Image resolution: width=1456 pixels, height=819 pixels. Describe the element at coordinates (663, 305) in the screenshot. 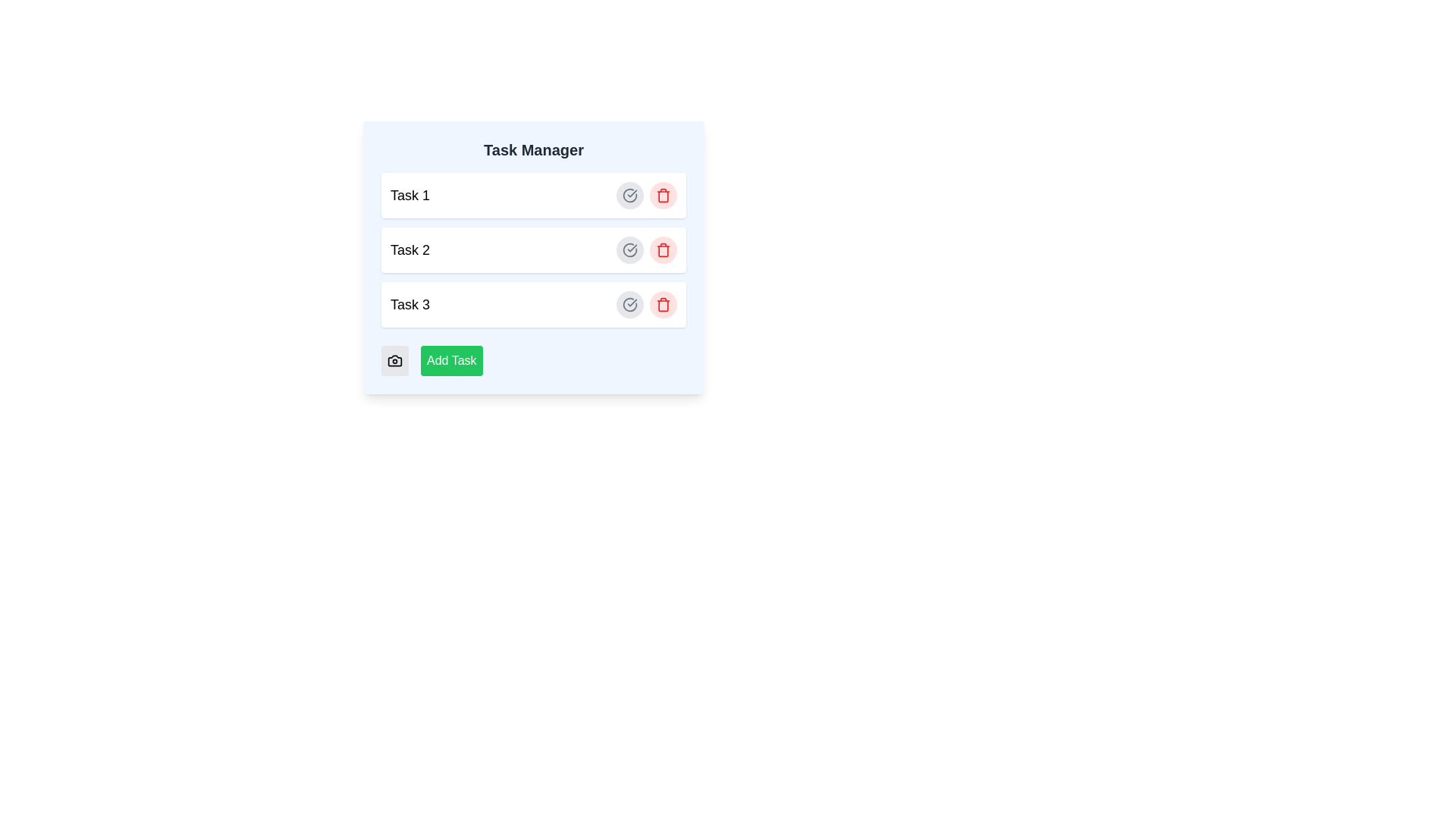

I see `the red-colored trash bin icon, which is part of the delete action for the last task ('Task 3') in the task management interface` at that location.